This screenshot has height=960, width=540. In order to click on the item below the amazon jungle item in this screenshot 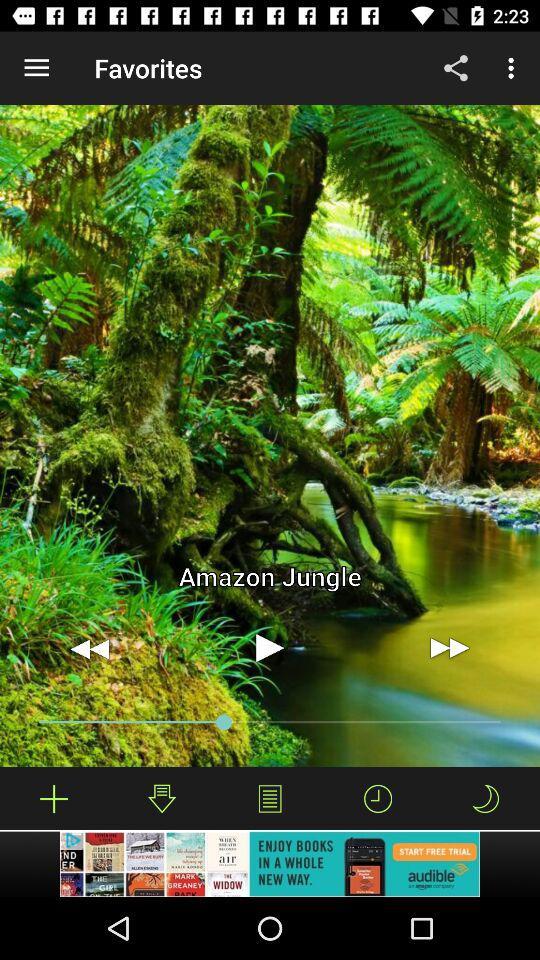, I will do `click(449, 647)`.